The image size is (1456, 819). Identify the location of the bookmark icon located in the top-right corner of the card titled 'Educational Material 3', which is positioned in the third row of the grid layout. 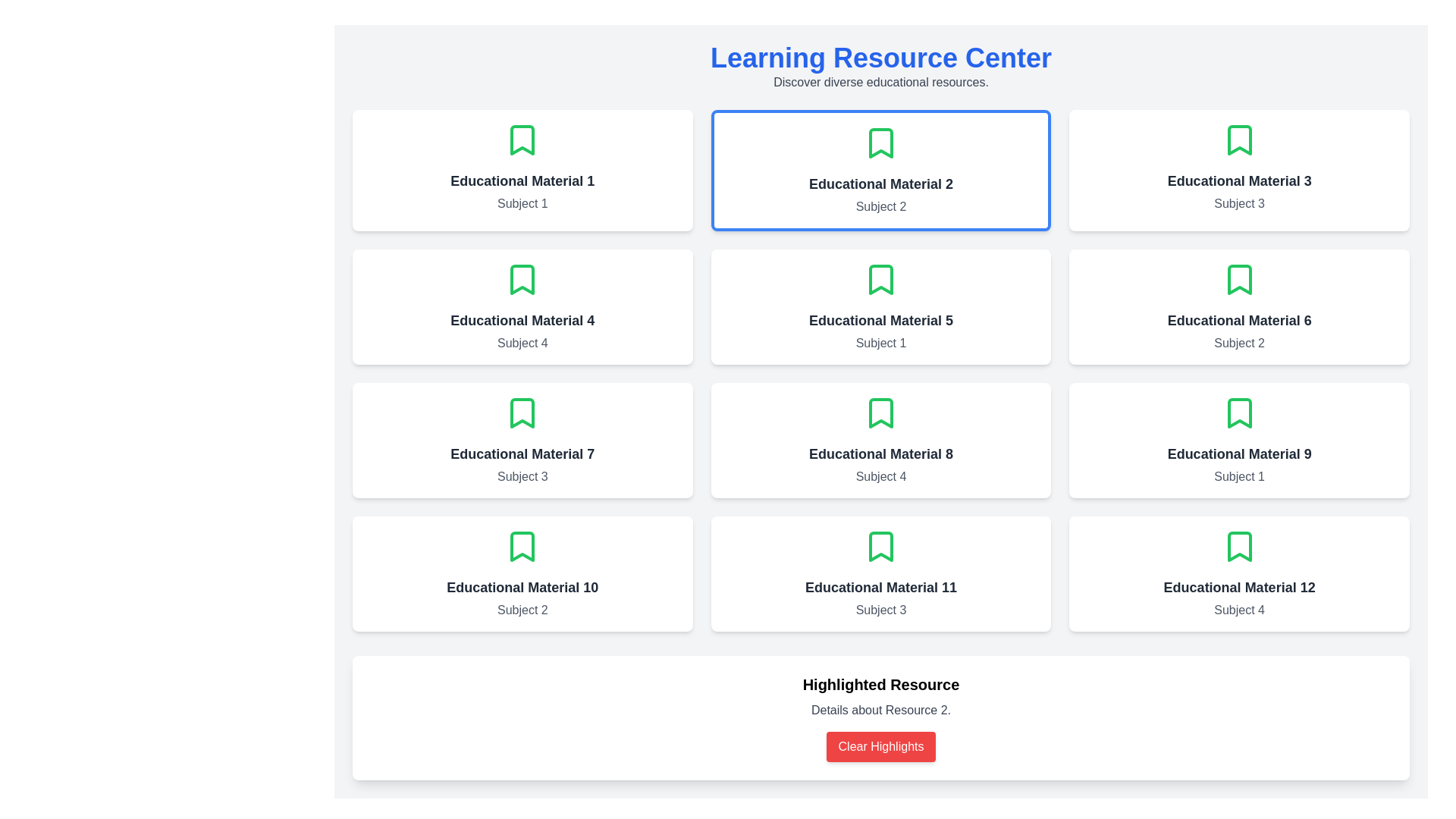
(1239, 140).